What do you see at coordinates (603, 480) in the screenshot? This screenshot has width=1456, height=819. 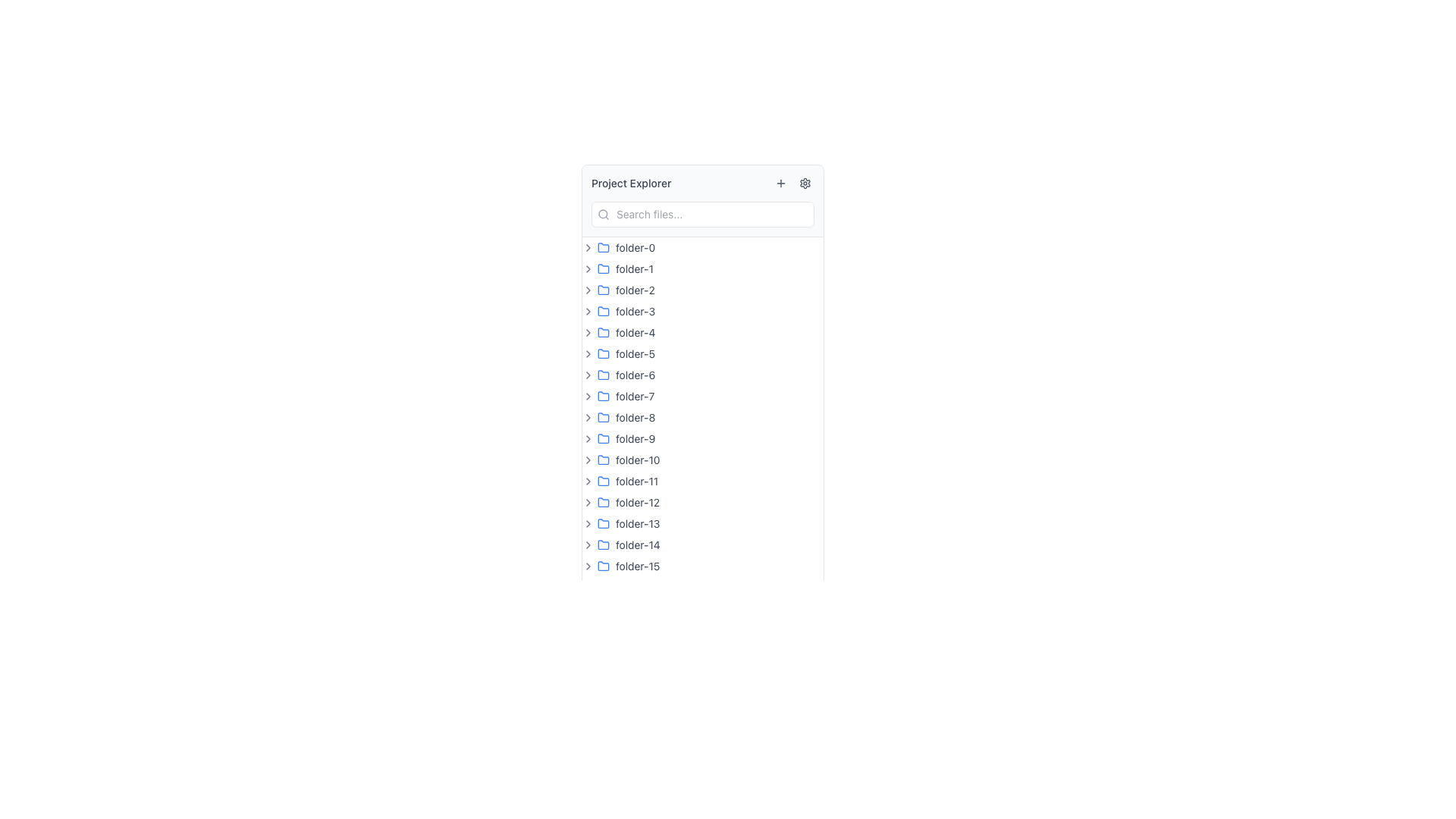 I see `the blue folder icon styled SVG image located to the left of the text label 'folder-11'` at bounding box center [603, 480].